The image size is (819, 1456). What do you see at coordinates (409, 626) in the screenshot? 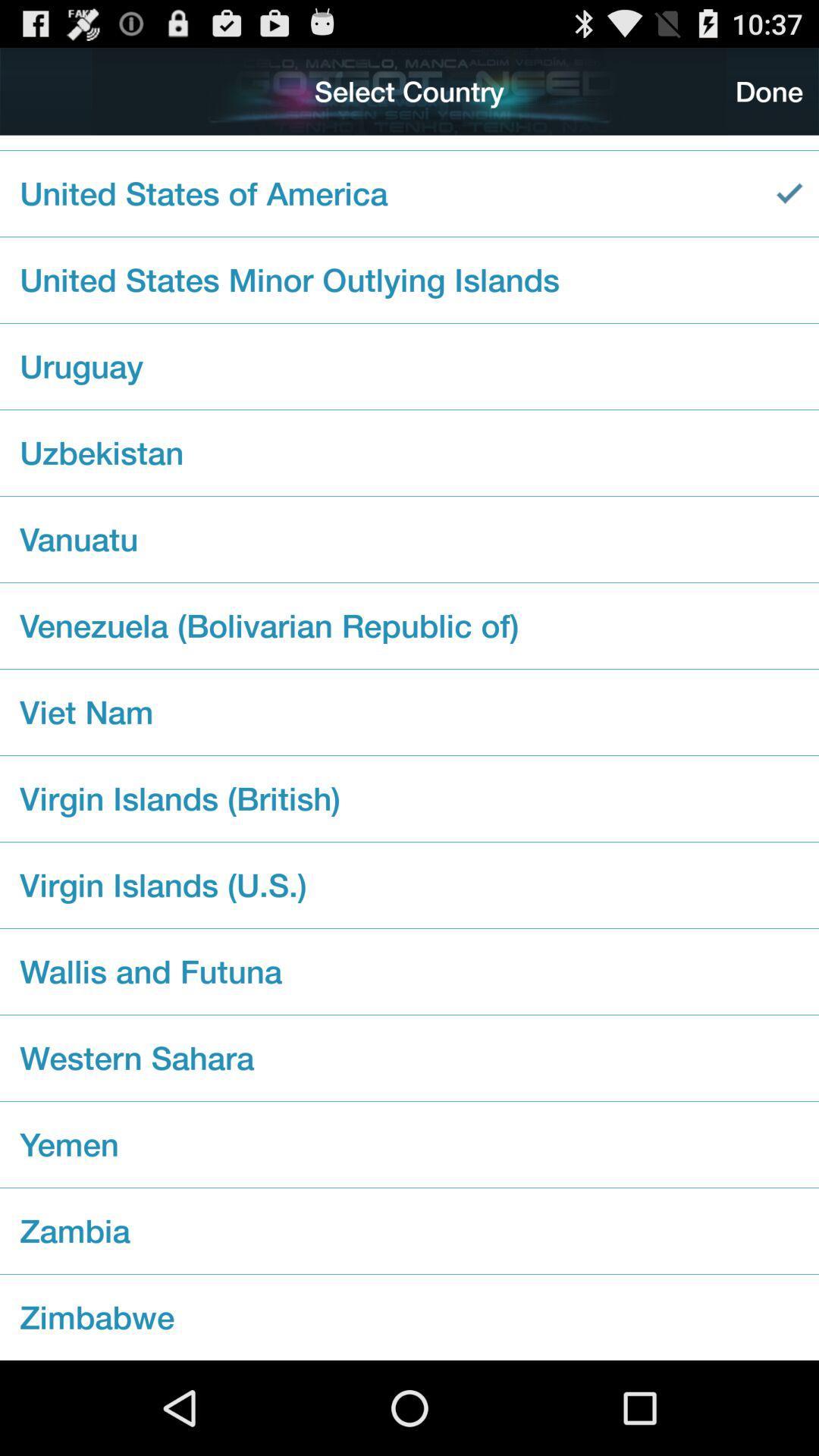
I see `venezuela bolivarian republic item` at bounding box center [409, 626].